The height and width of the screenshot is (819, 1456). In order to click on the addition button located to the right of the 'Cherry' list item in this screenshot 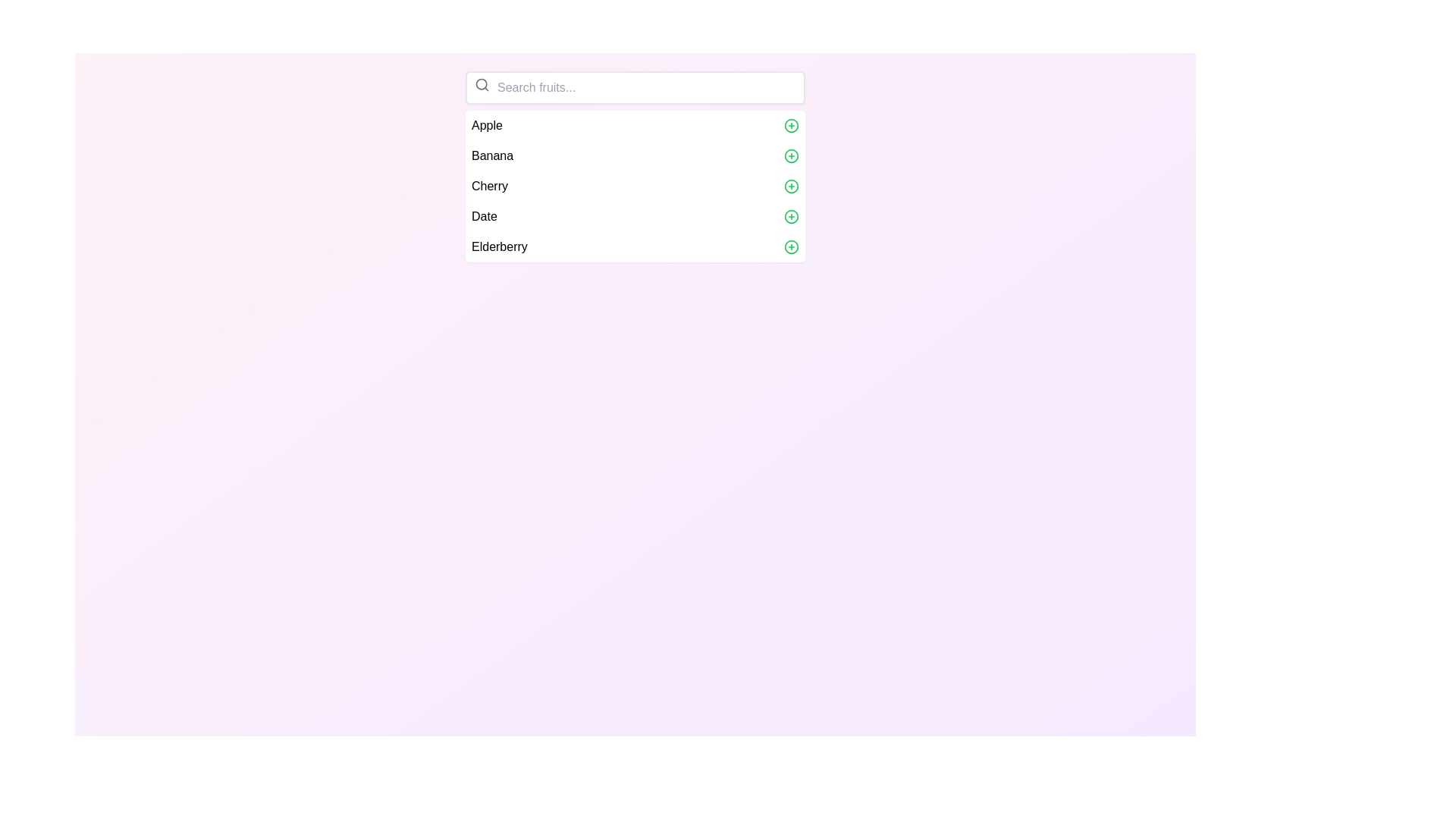, I will do `click(790, 186)`.